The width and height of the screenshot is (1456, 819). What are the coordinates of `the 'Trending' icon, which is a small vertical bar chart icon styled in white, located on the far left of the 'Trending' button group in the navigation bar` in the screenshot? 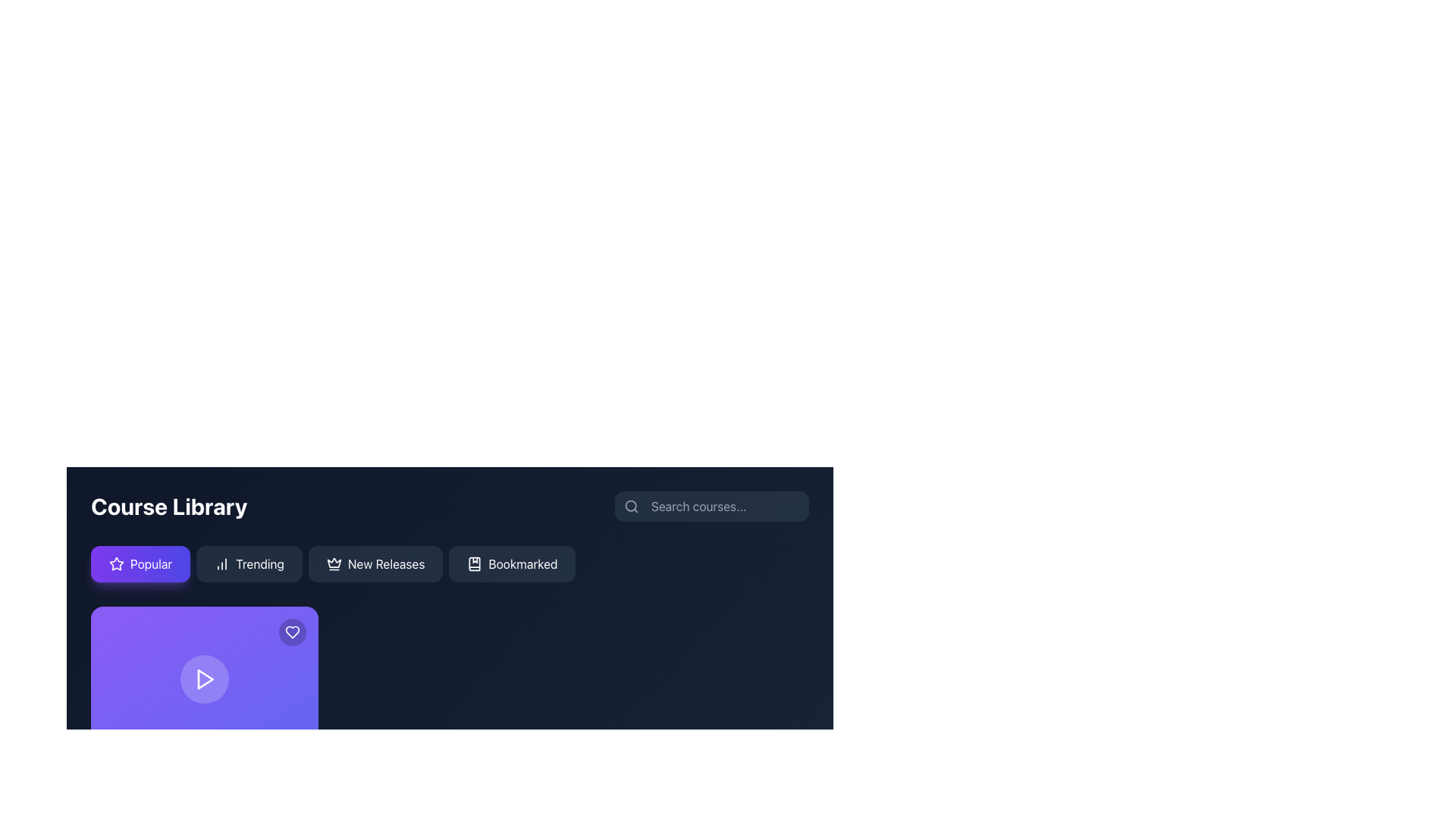 It's located at (221, 564).